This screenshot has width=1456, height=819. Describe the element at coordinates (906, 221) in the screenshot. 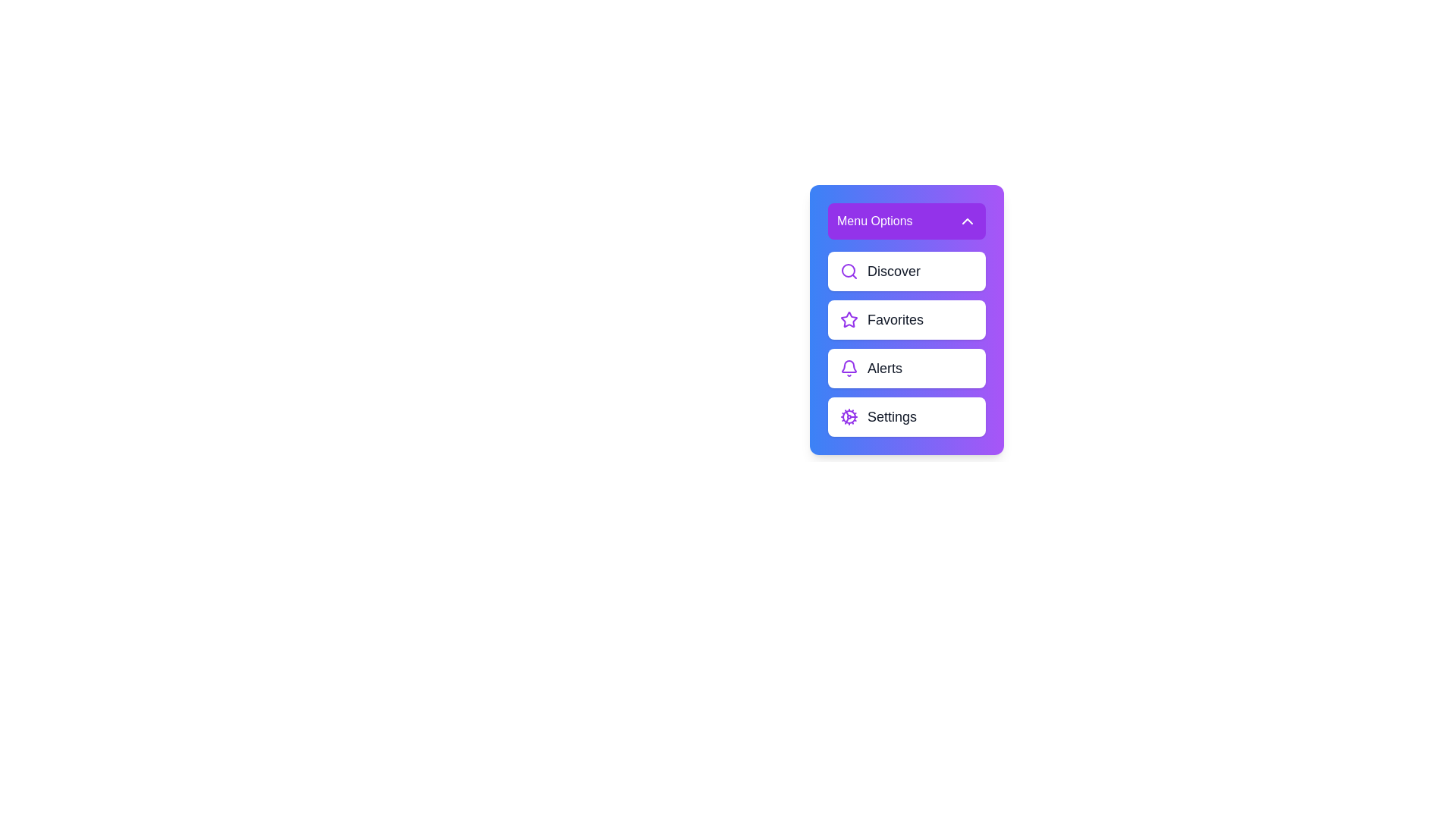

I see `the collapsible header button at the top of the vertical menu card` at that location.